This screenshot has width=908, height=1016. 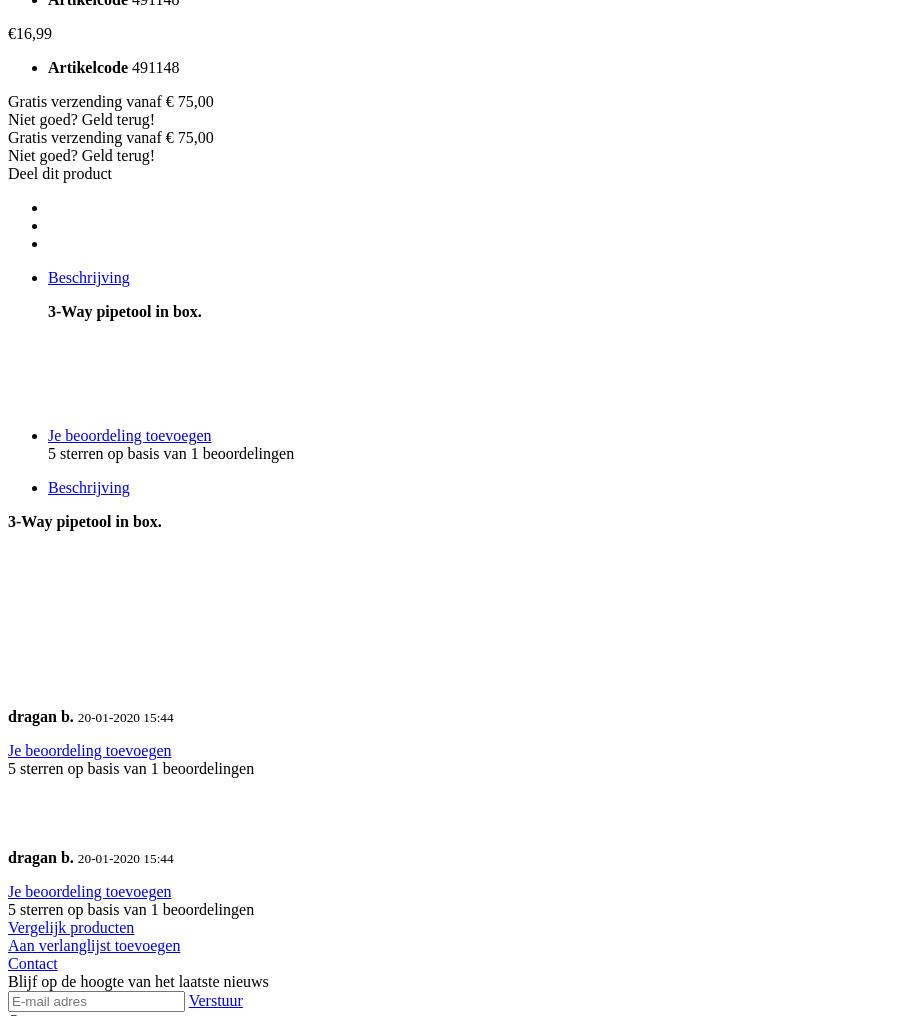 What do you see at coordinates (6, 963) in the screenshot?
I see `'Contact'` at bounding box center [6, 963].